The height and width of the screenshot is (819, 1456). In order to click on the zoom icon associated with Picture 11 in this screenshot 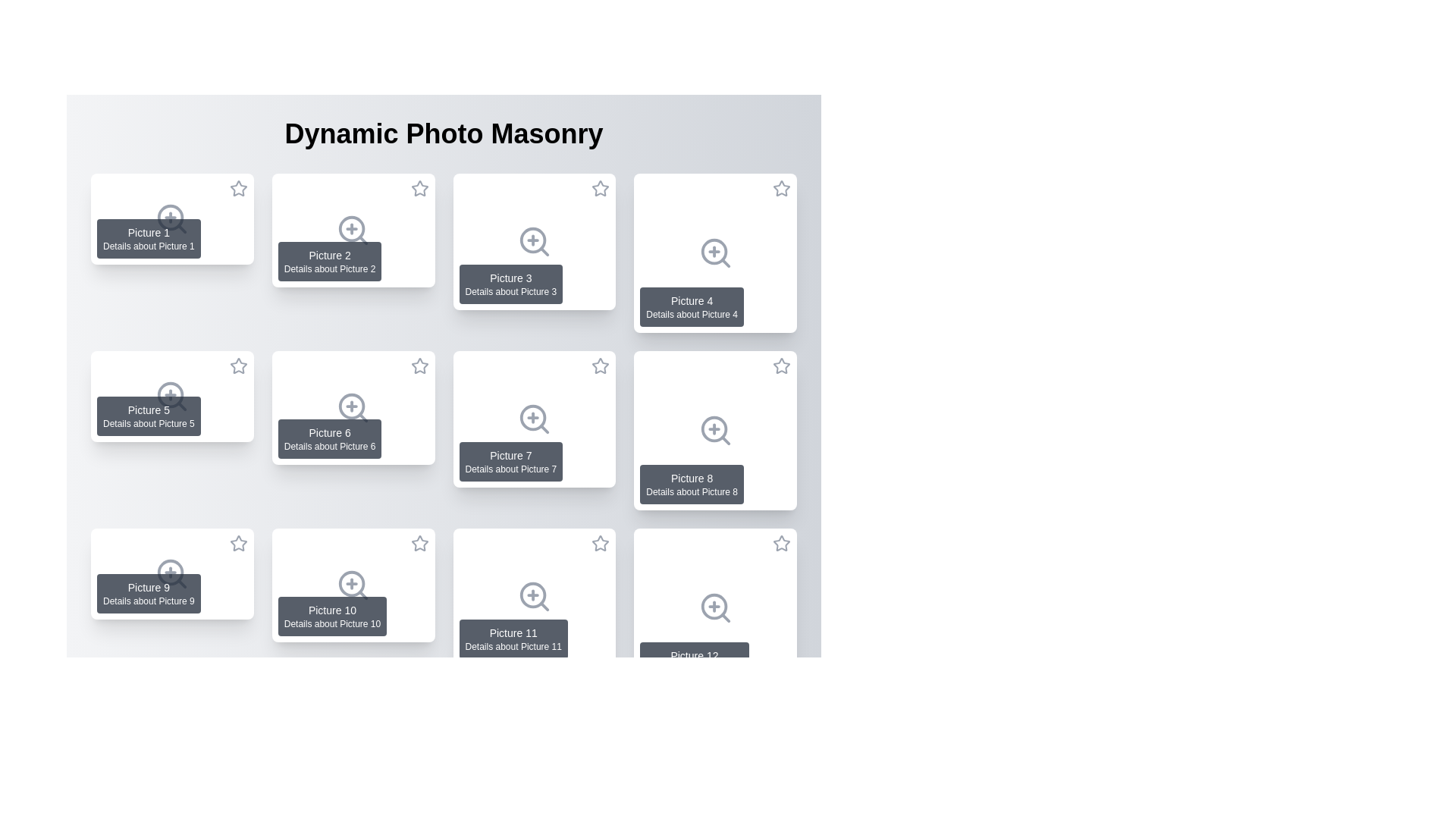, I will do `click(534, 595)`.